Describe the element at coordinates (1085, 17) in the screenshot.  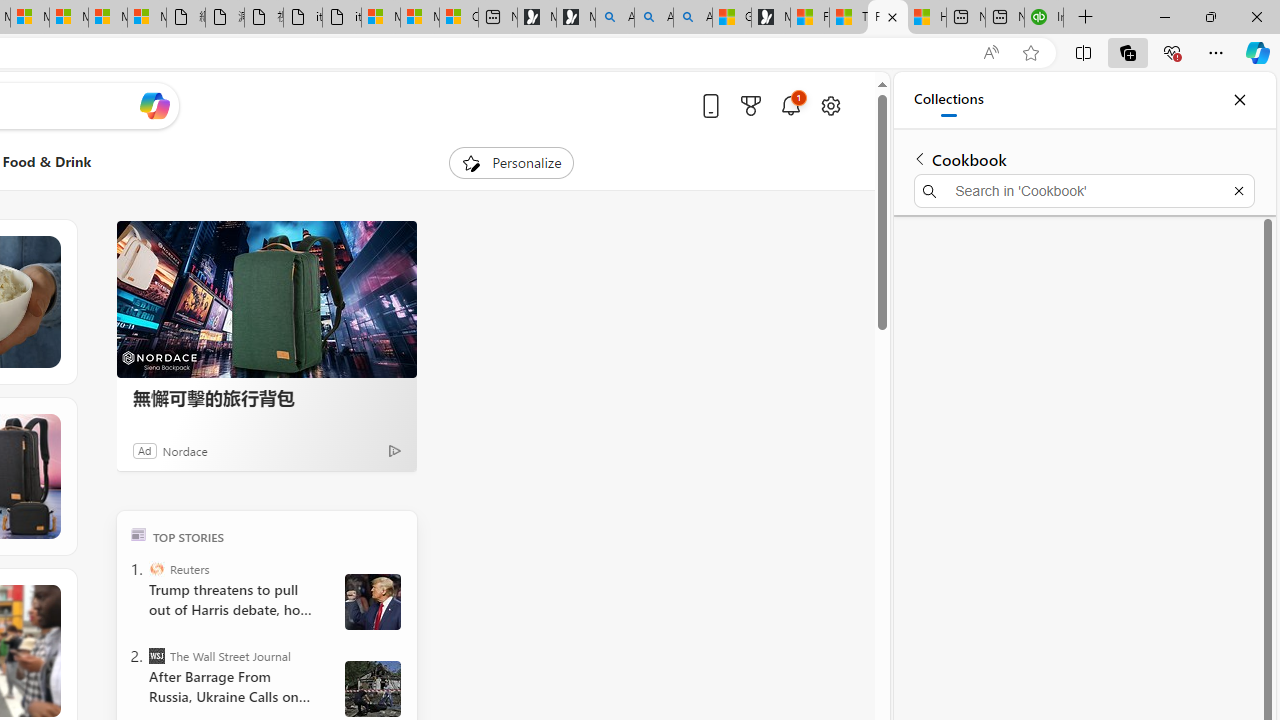
I see `'New Tab'` at that location.